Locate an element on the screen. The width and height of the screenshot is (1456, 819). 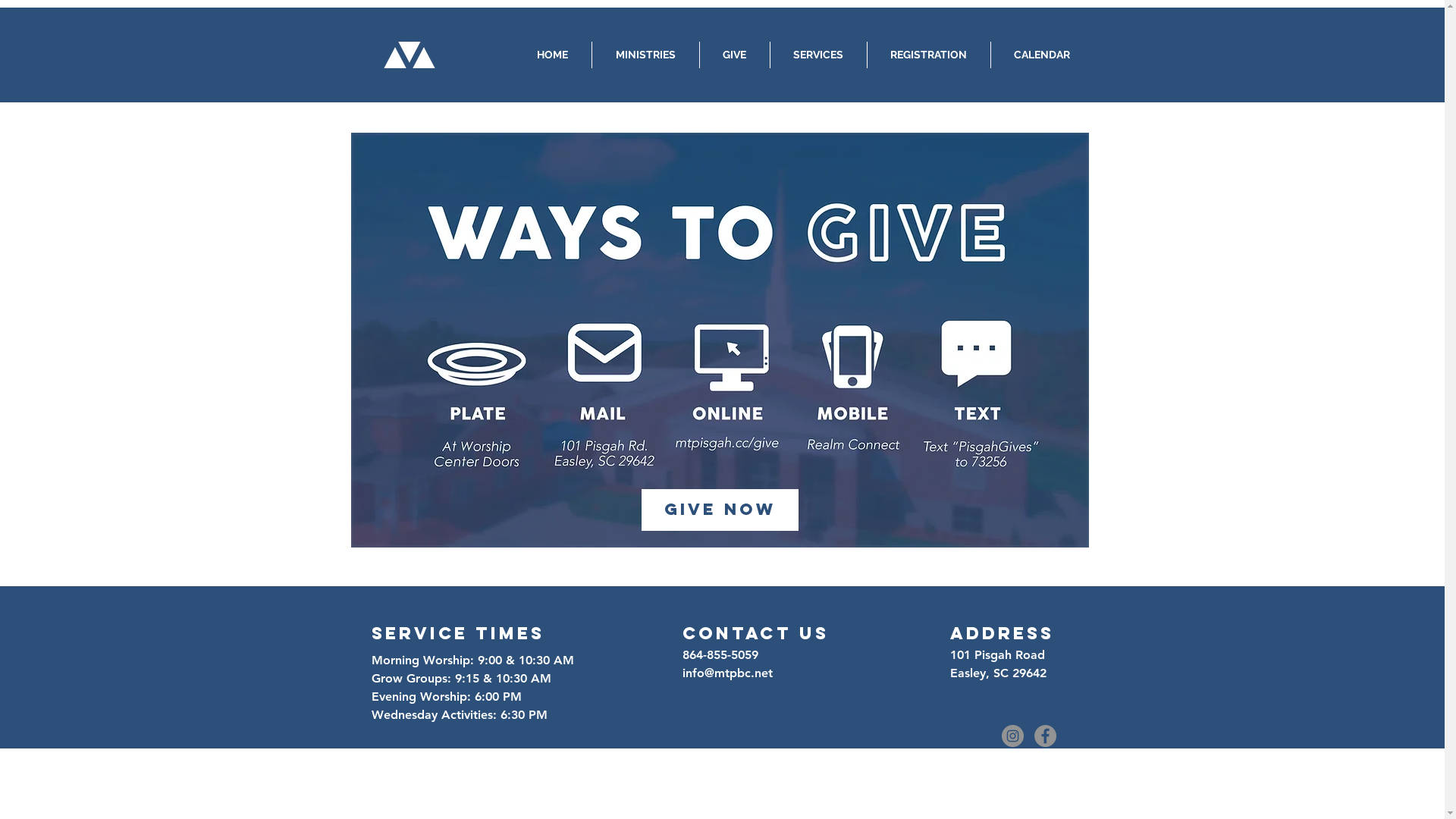
'HOME' is located at coordinates (551, 54).